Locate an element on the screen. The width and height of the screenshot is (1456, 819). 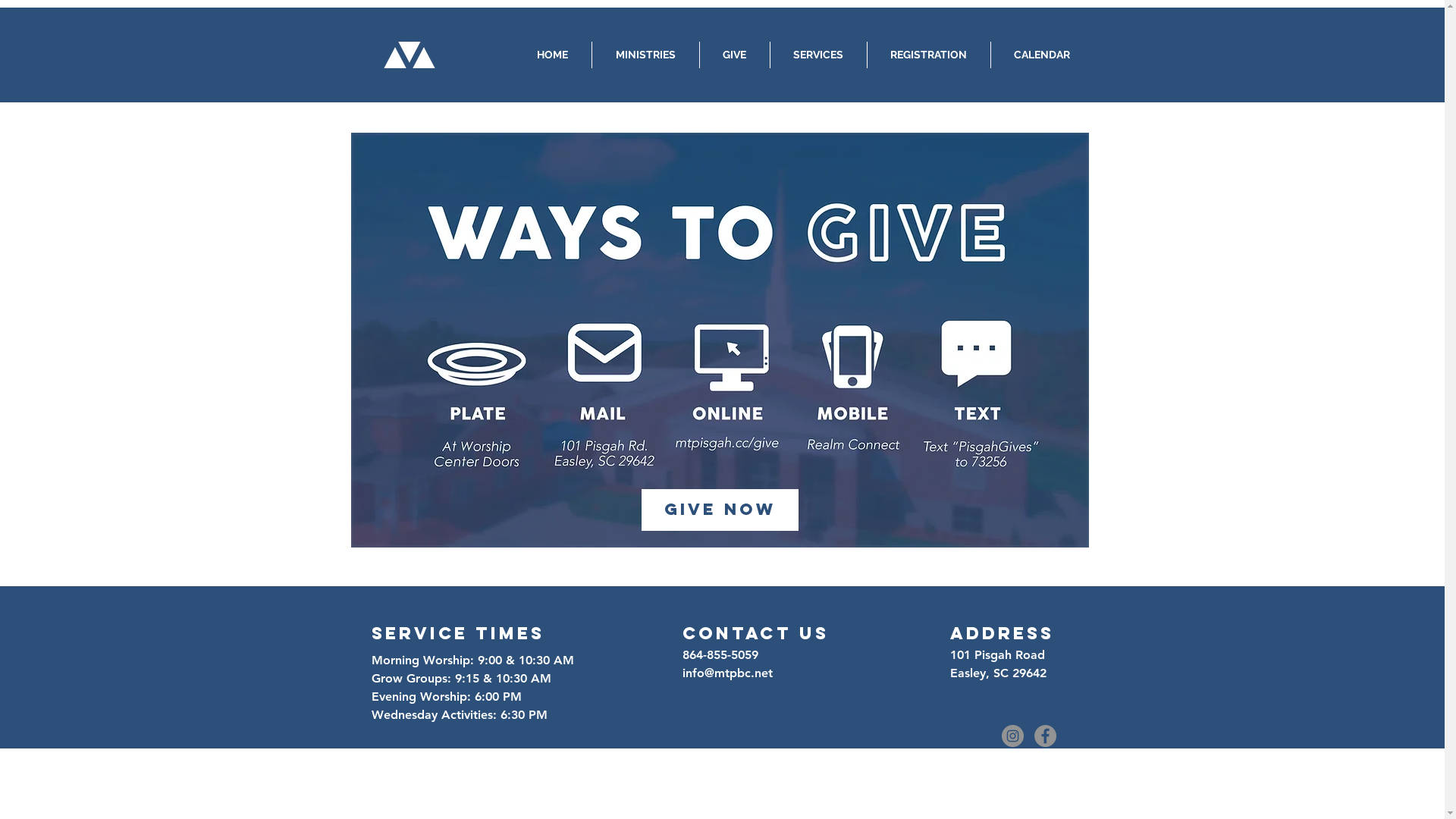
'HOME' is located at coordinates (551, 54).